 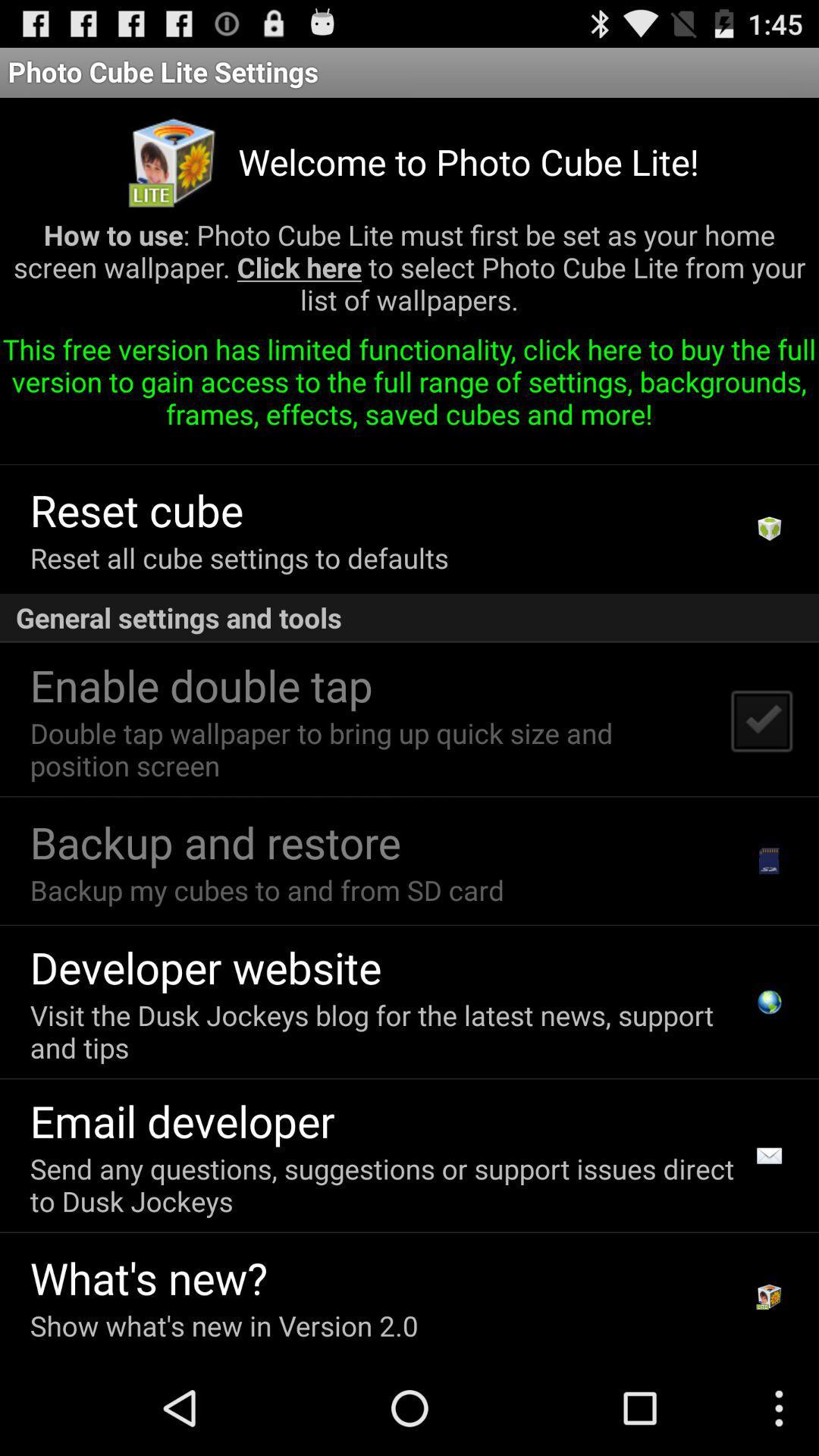 What do you see at coordinates (409, 273) in the screenshot?
I see `the how to use` at bounding box center [409, 273].